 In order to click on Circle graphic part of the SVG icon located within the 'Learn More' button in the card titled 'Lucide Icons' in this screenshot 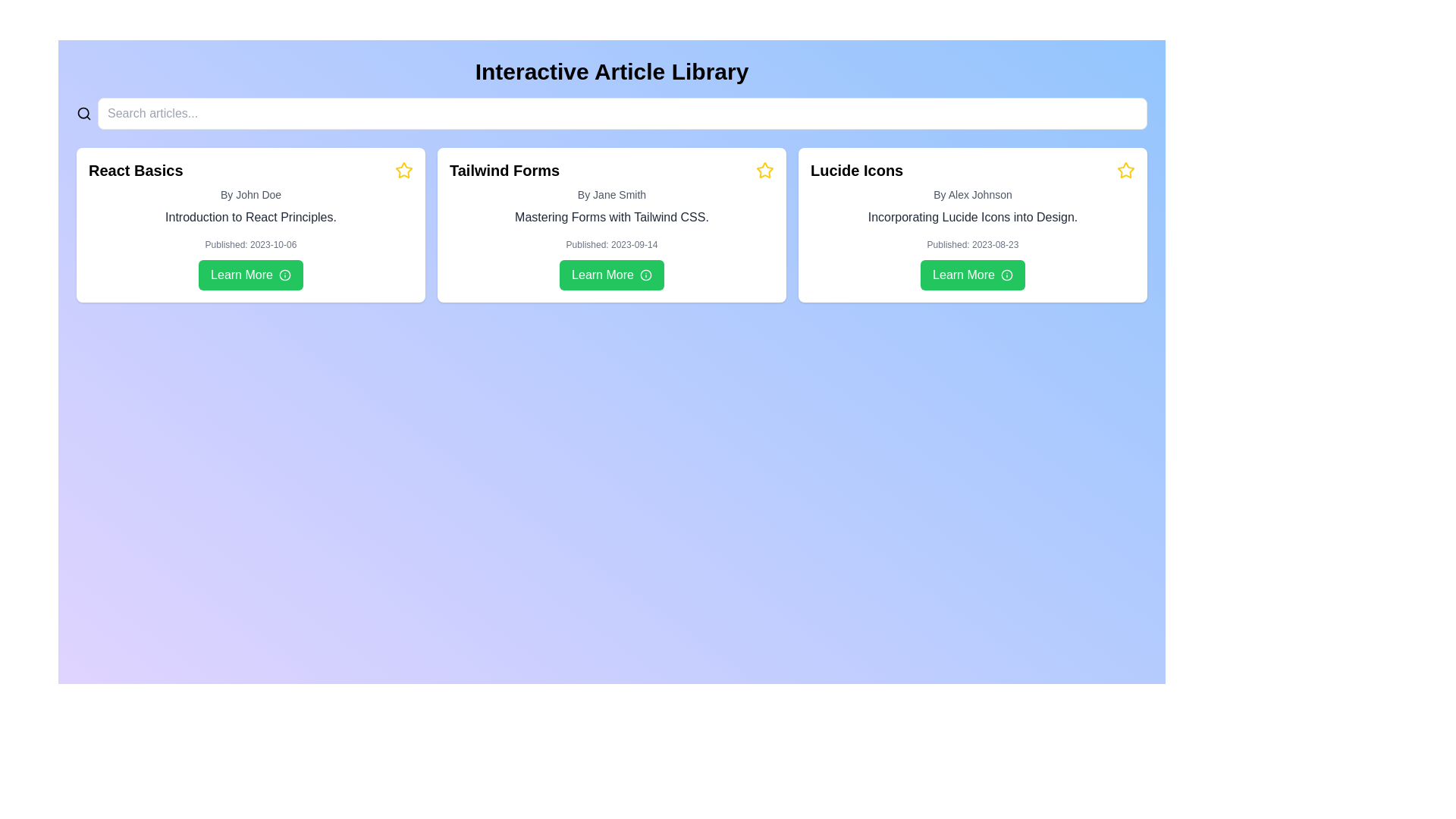, I will do `click(1006, 275)`.